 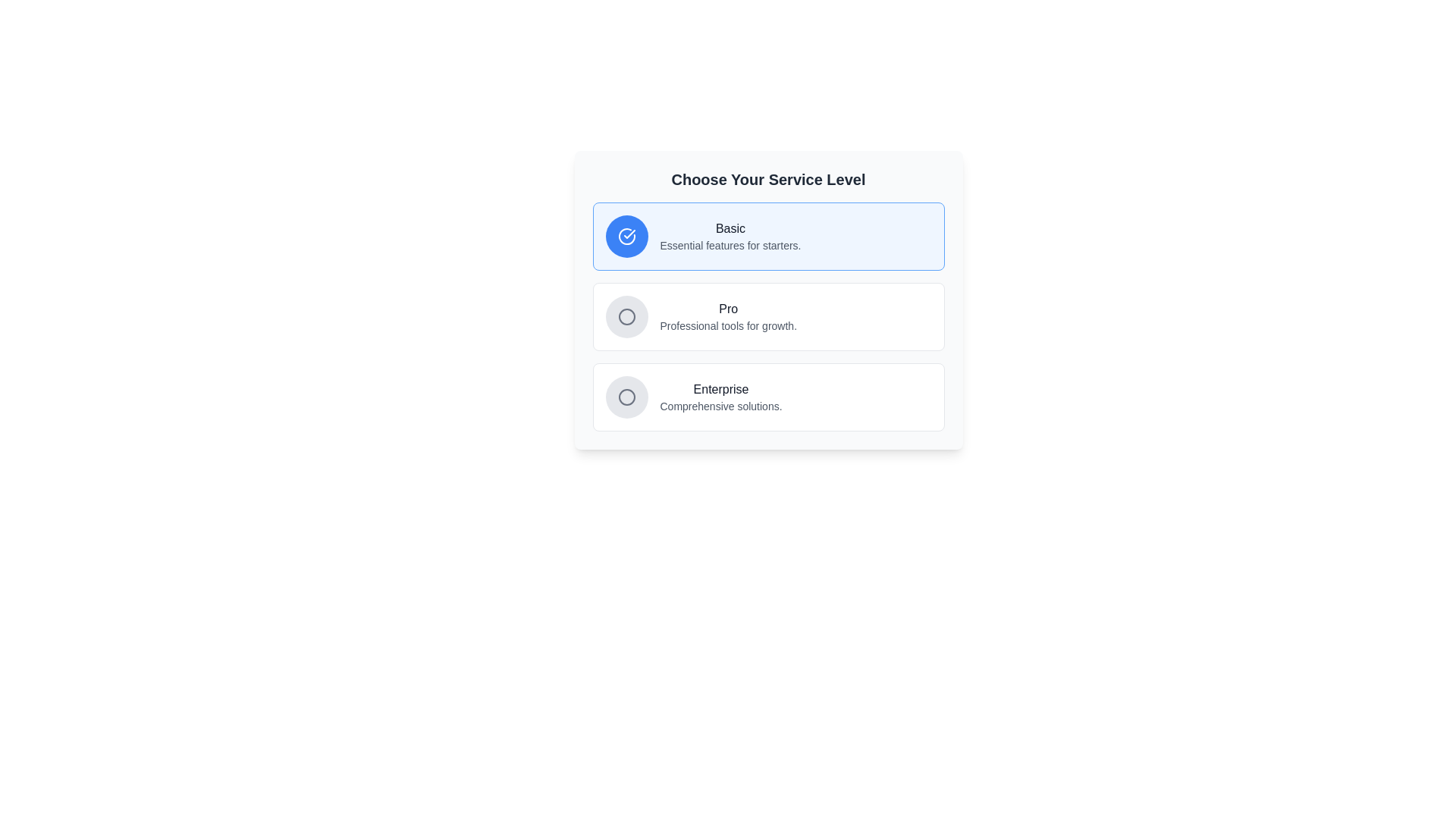 What do you see at coordinates (626, 237) in the screenshot?
I see `the circular segment of the vector graphic icon located to the left of the 'Basic' option in the 'Choose Your Service Level' section` at bounding box center [626, 237].